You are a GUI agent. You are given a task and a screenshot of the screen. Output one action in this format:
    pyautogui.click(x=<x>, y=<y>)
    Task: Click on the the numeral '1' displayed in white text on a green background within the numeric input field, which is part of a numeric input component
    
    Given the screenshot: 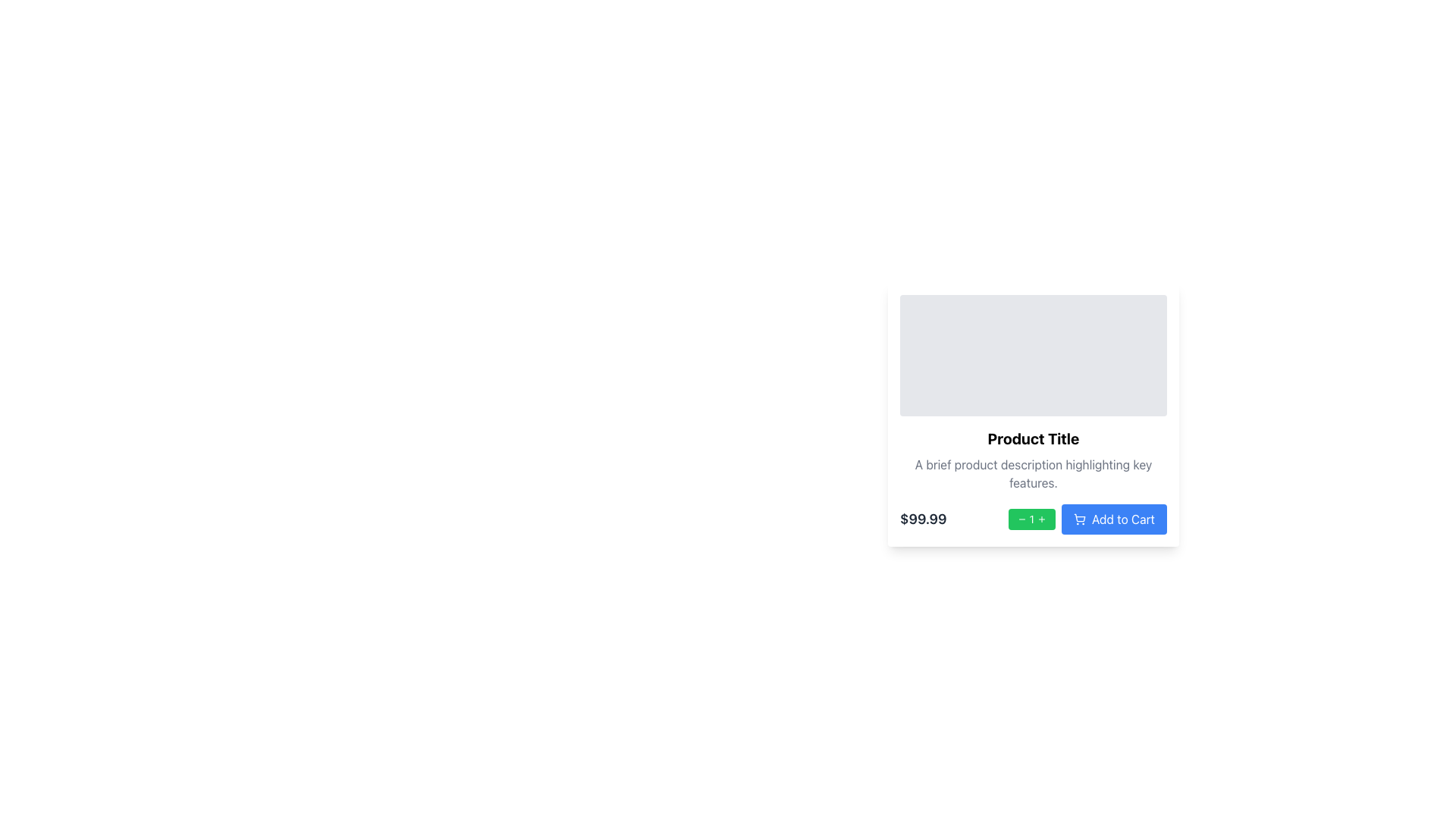 What is the action you would take?
    pyautogui.click(x=1031, y=519)
    